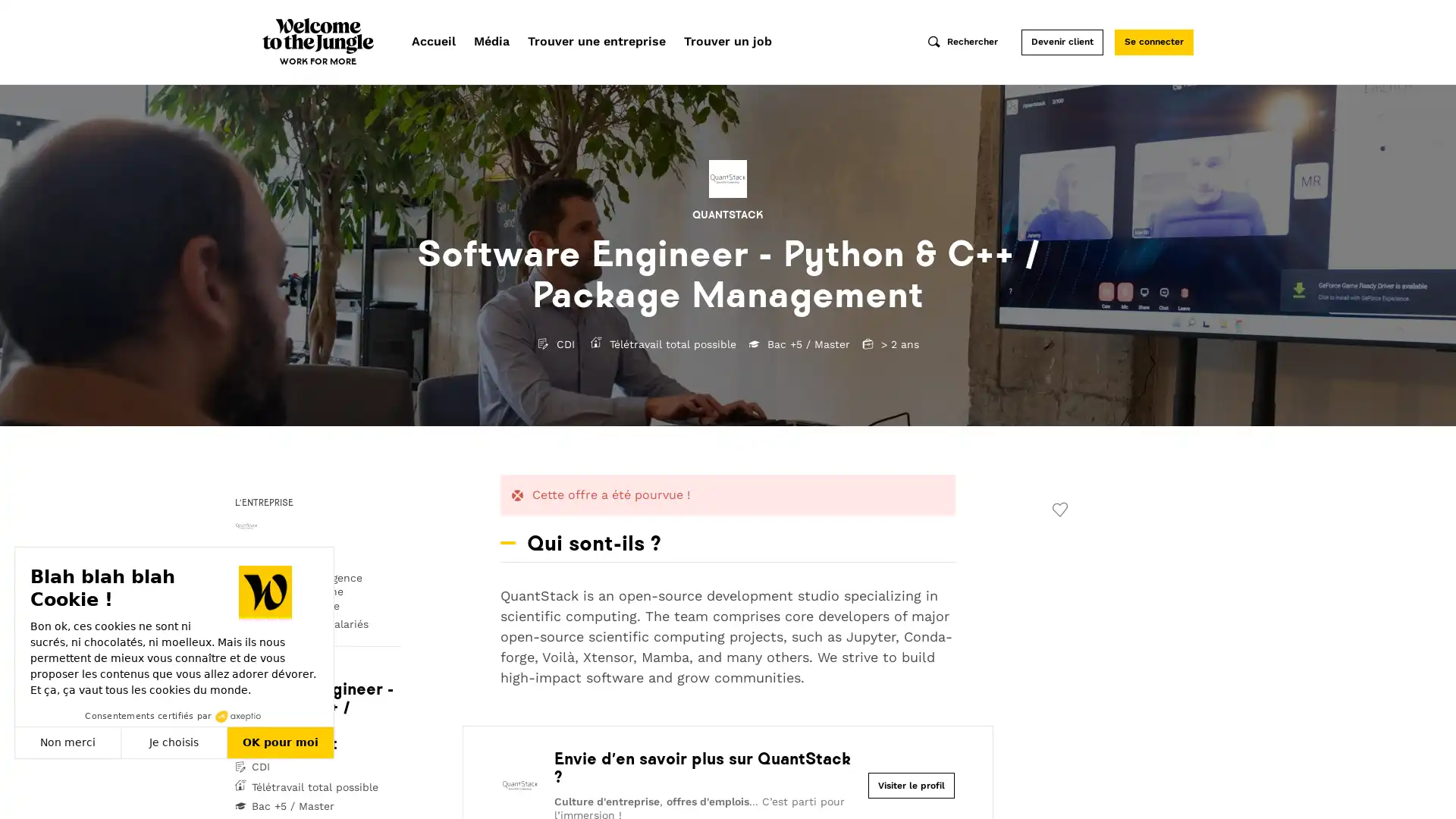 The width and height of the screenshot is (1456, 819). Describe the element at coordinates (174, 716) in the screenshot. I see `Consentements certifies par` at that location.